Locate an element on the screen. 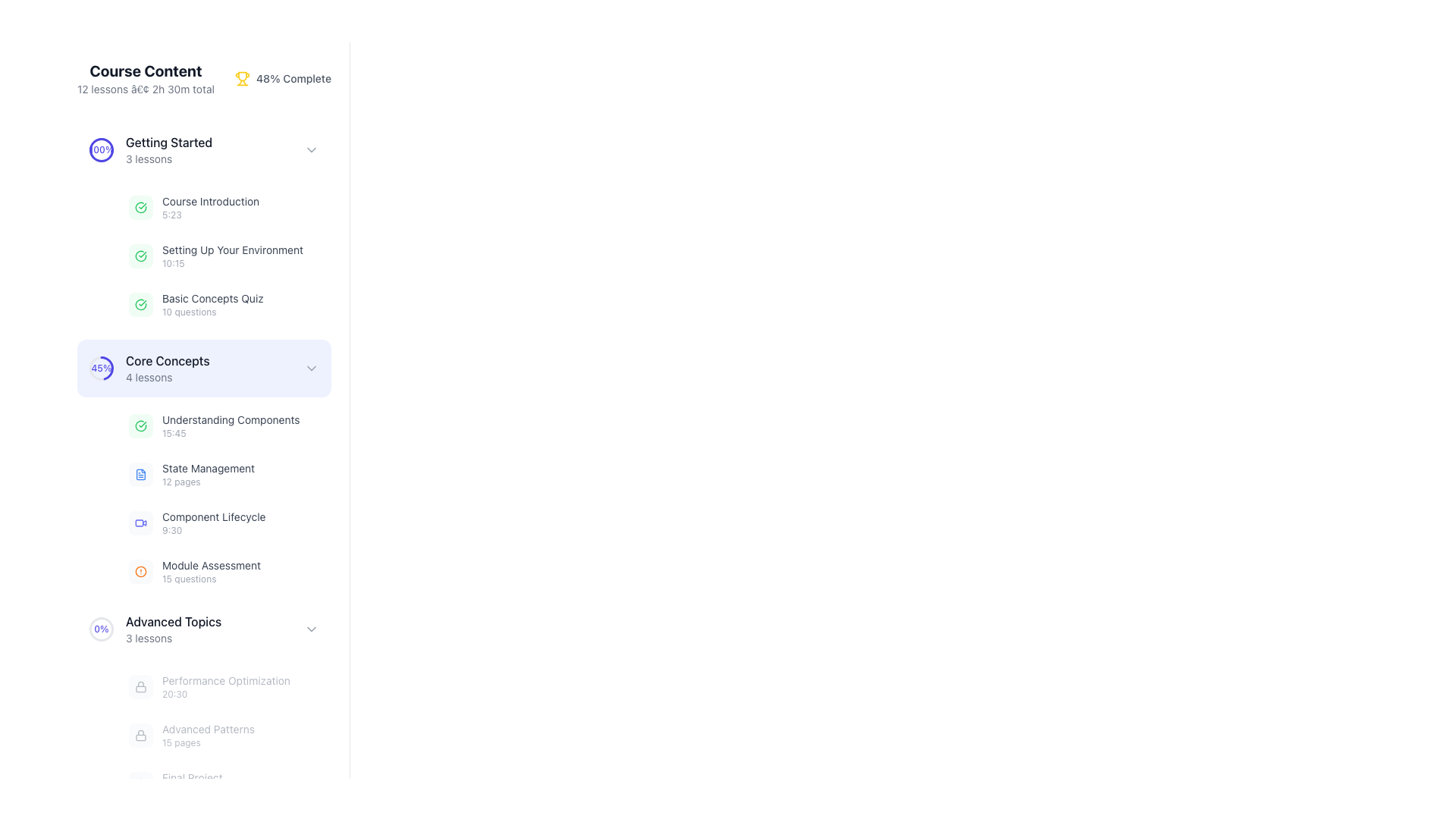  the first green check icon indicating the completion status of the 'Course Introduction' lesson located in the 'Course Content' sidebar under 'Getting Started' is located at coordinates (141, 256).